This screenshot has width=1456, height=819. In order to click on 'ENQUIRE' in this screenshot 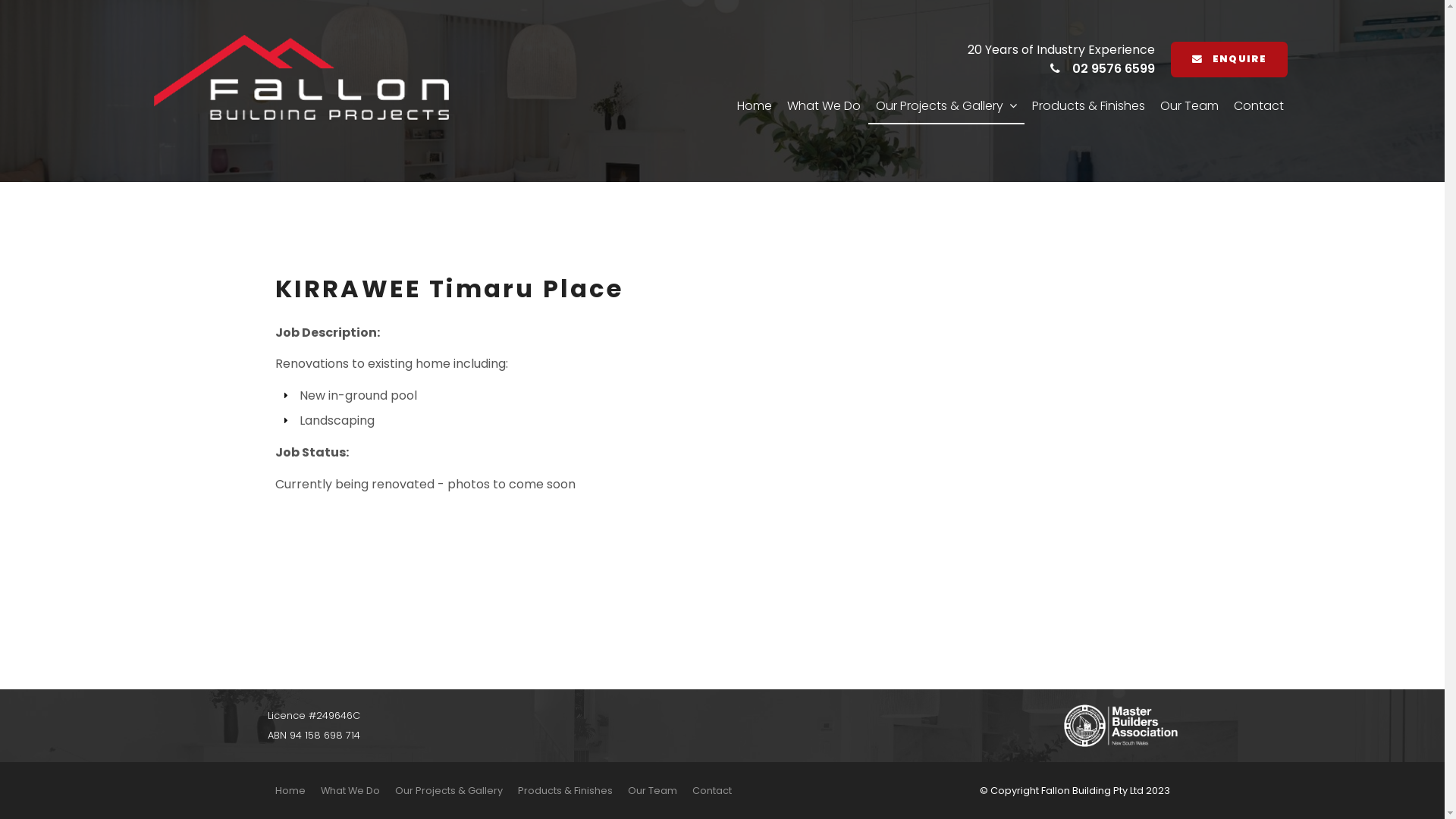, I will do `click(1228, 58)`.